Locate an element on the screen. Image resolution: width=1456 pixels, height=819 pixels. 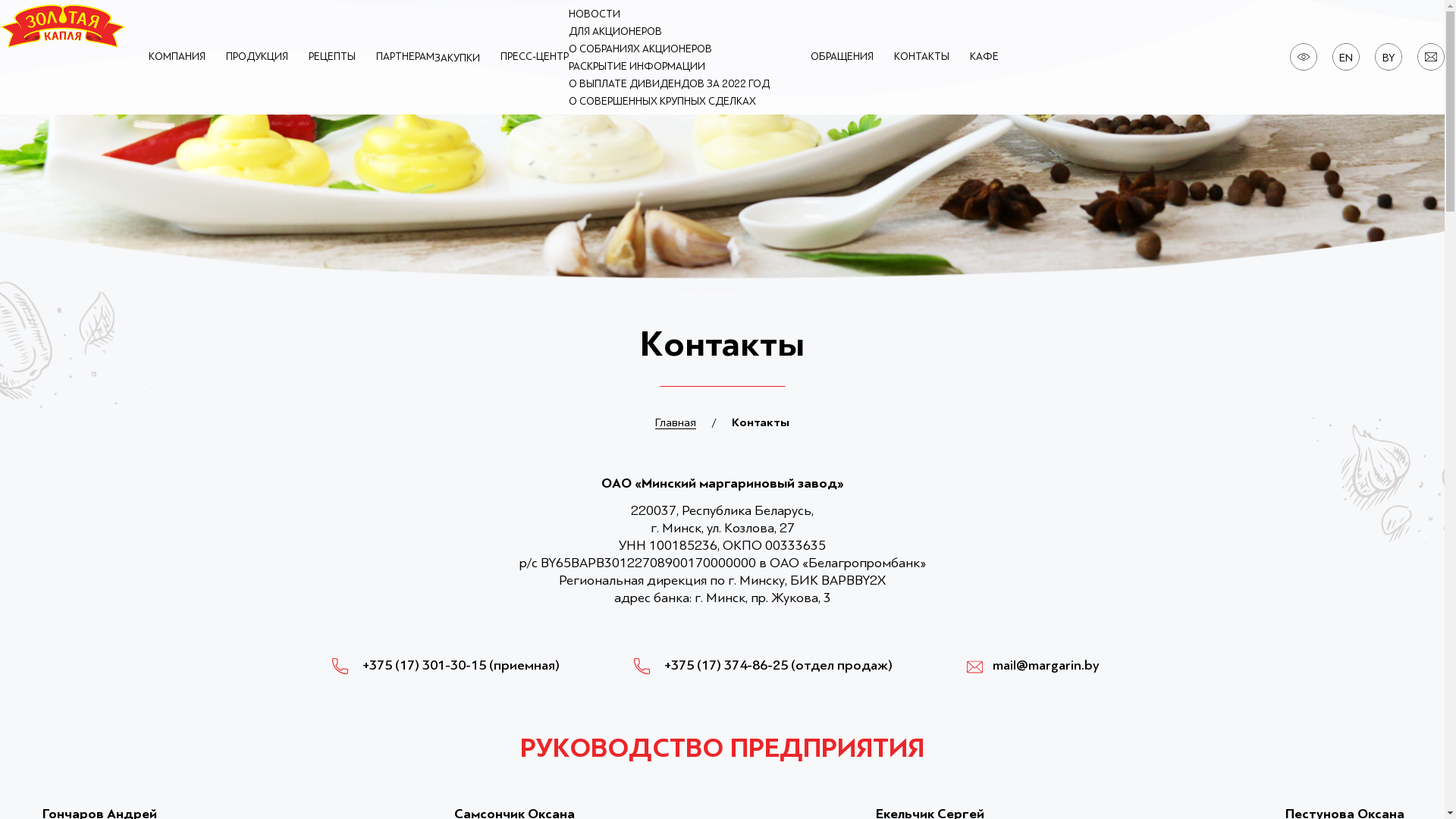
'BY' is located at coordinates (1388, 57).